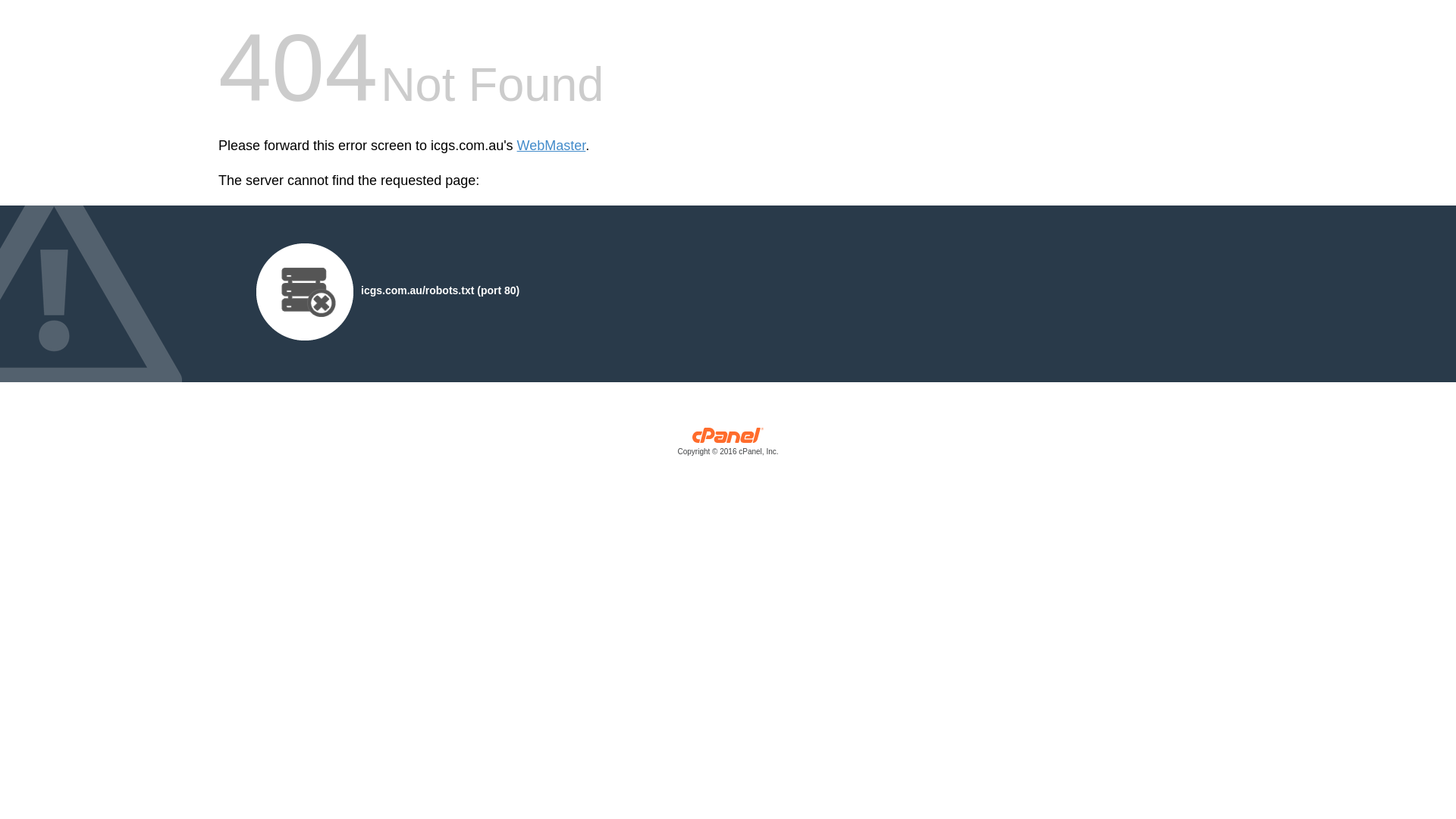 This screenshot has height=819, width=1456. What do you see at coordinates (551, 146) in the screenshot?
I see `'WebMaster'` at bounding box center [551, 146].